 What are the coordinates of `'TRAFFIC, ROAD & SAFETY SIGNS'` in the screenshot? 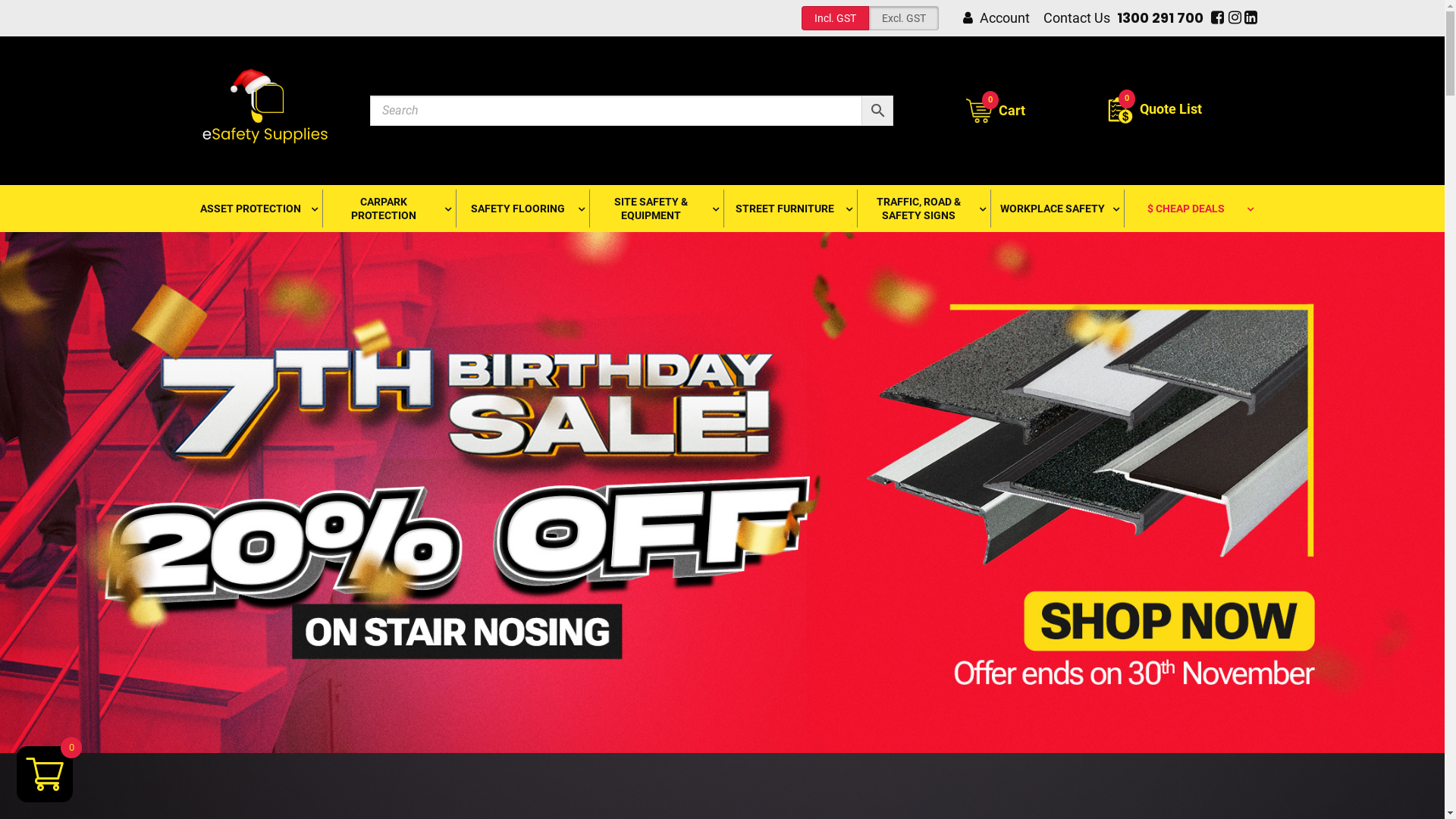 It's located at (922, 208).